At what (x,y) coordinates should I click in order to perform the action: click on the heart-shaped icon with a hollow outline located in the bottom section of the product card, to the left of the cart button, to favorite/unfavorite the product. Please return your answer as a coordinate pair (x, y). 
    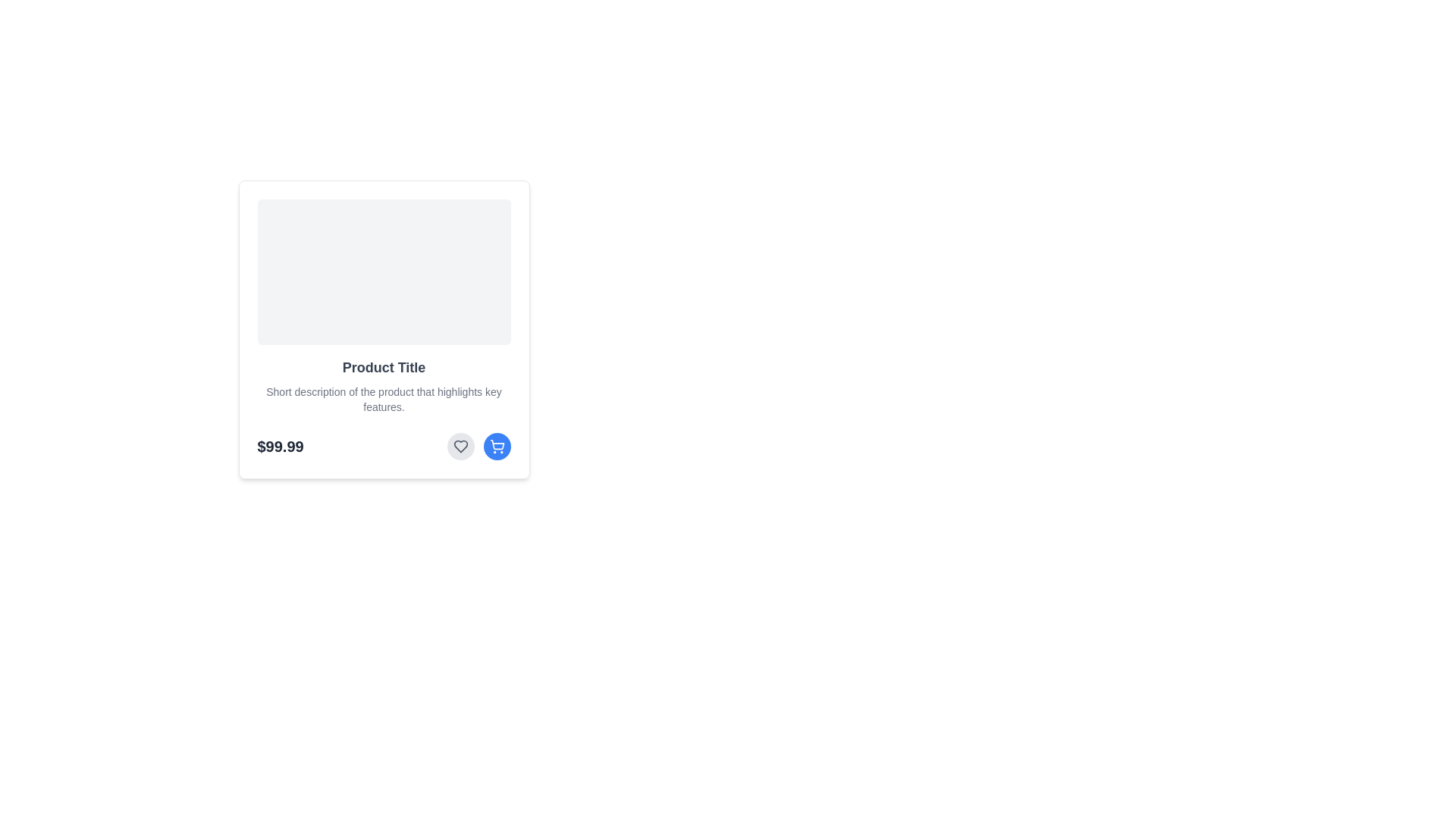
    Looking at the image, I should click on (460, 446).